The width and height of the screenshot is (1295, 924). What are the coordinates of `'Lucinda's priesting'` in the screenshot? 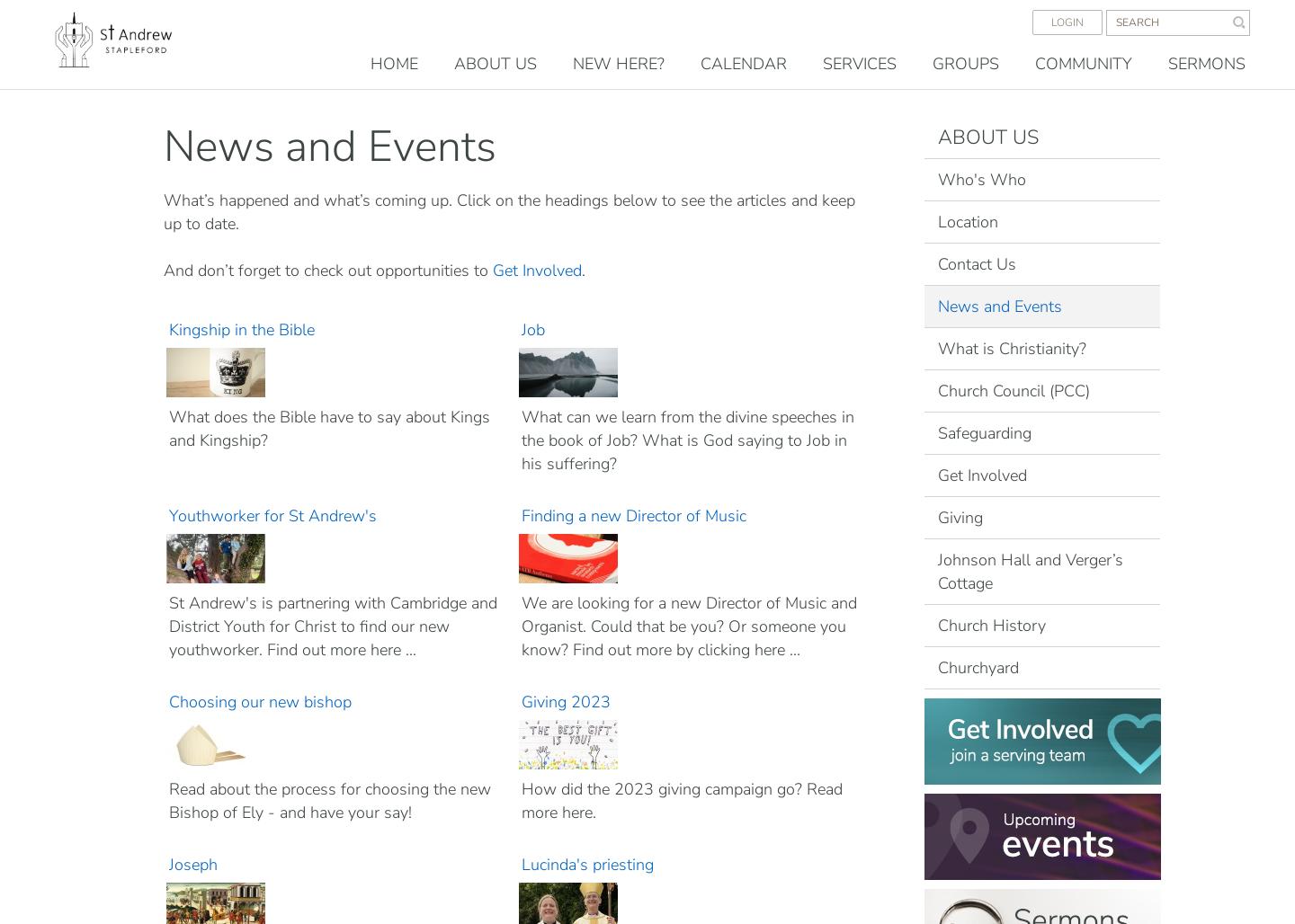 It's located at (588, 865).